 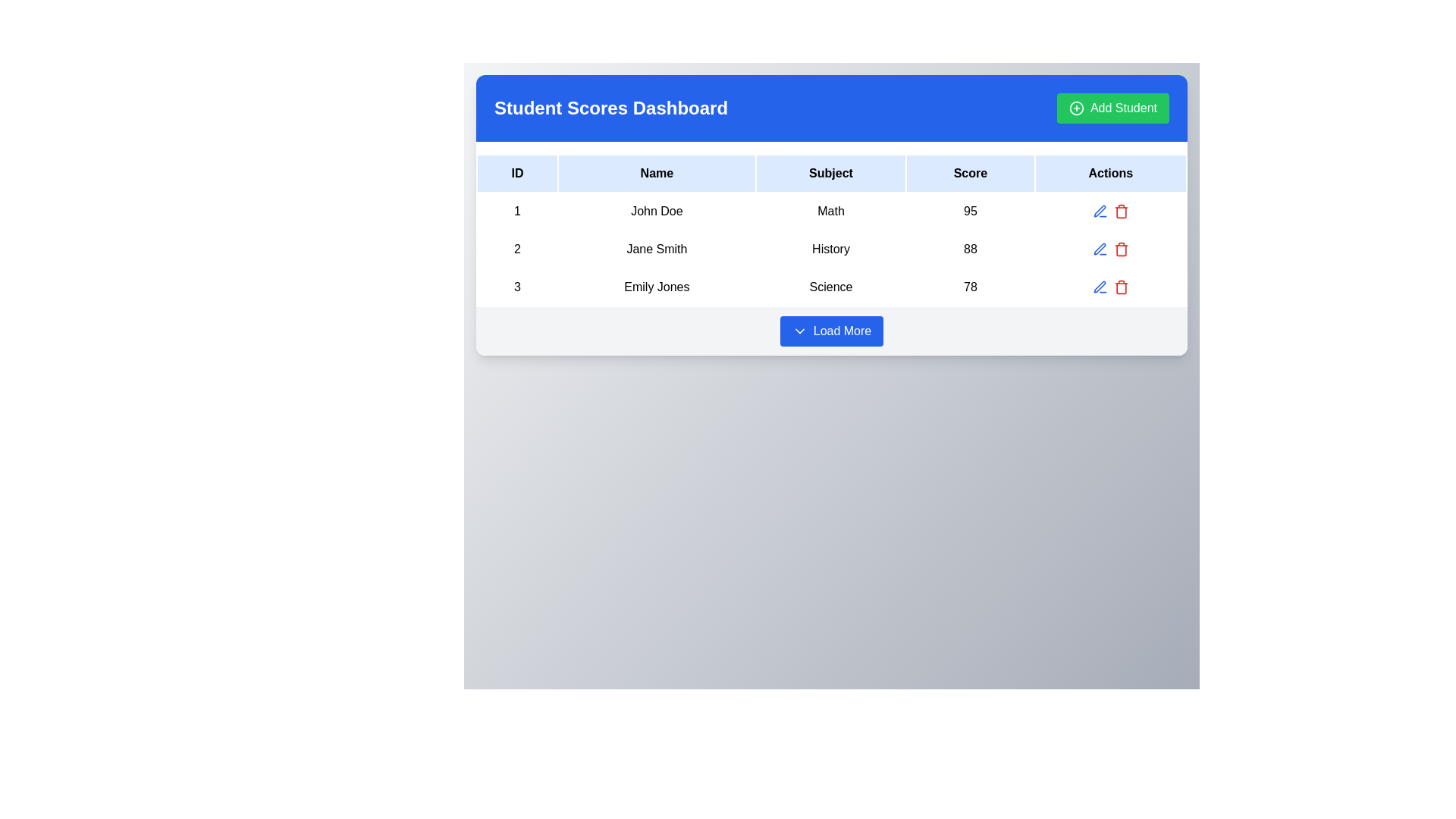 What do you see at coordinates (517, 211) in the screenshot?
I see `the table cell in the first row and first column under the 'ID' header` at bounding box center [517, 211].